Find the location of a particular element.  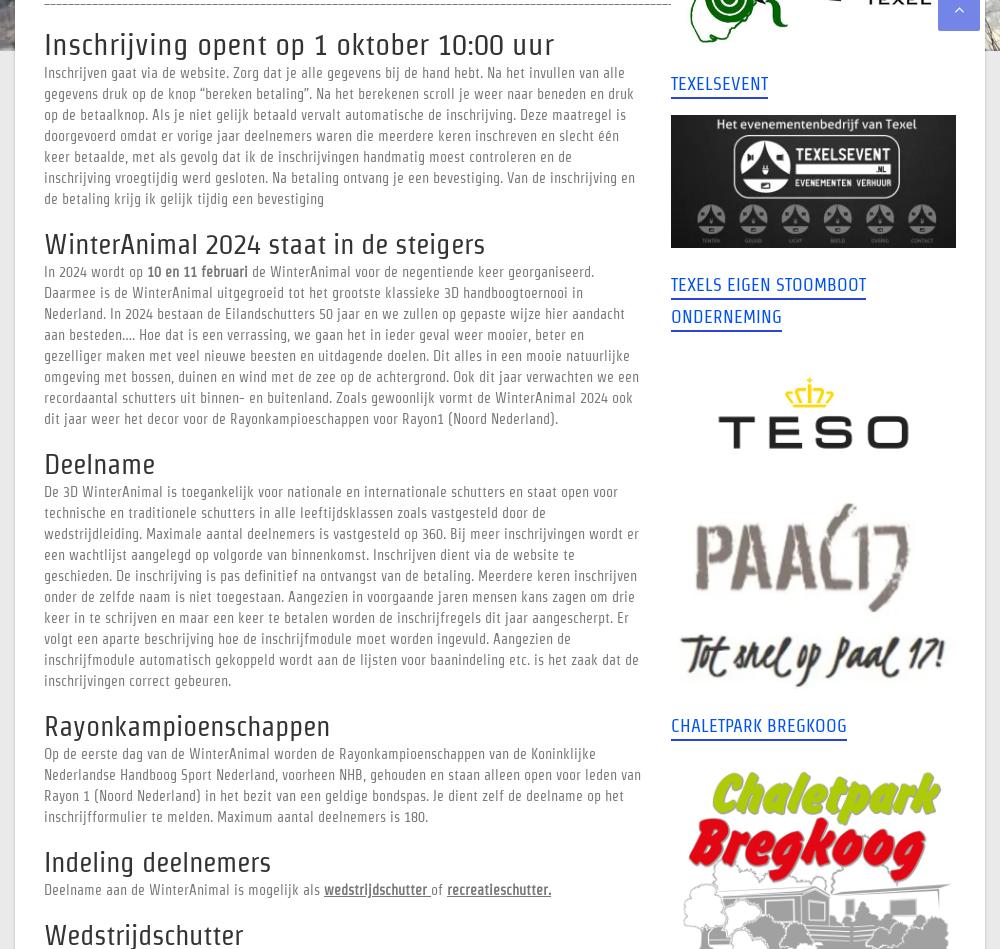

'Op de eerste dag van de WinterAnimal worden de Rayonkampioenschappen van de Koninklijke Nederlandse Handboog Sport Nederland, voorheen NHB, gehouden en staan alleen open voor leden van Rayon 1 (Noord Nederland) in het bezit van een geldige bondspas. Je dient zelf de deelname op het inschrijfformulier te melden. Maximum aantal deelnemers is 180.' is located at coordinates (341, 785).